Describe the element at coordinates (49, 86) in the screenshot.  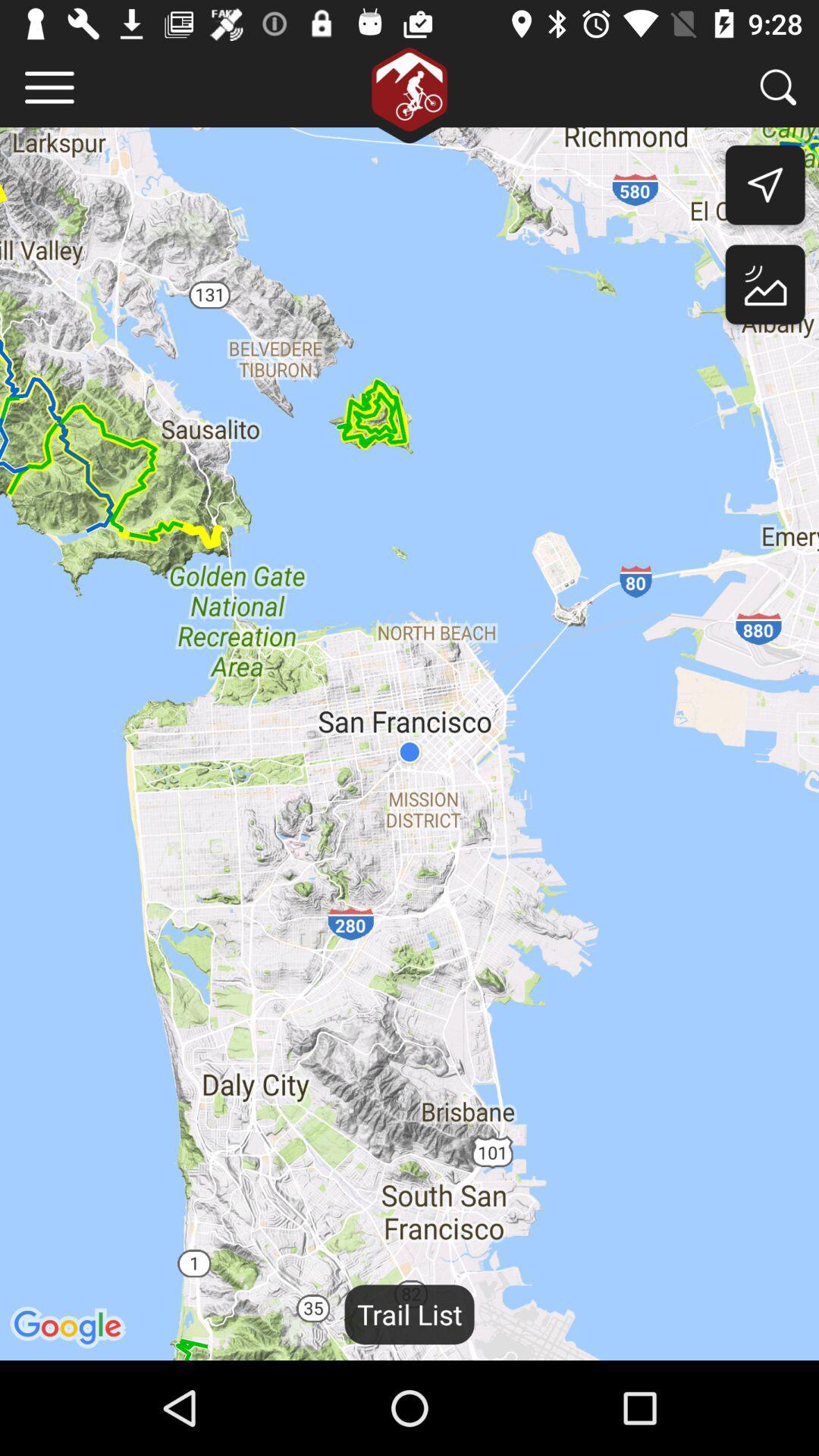
I see `menu` at that location.